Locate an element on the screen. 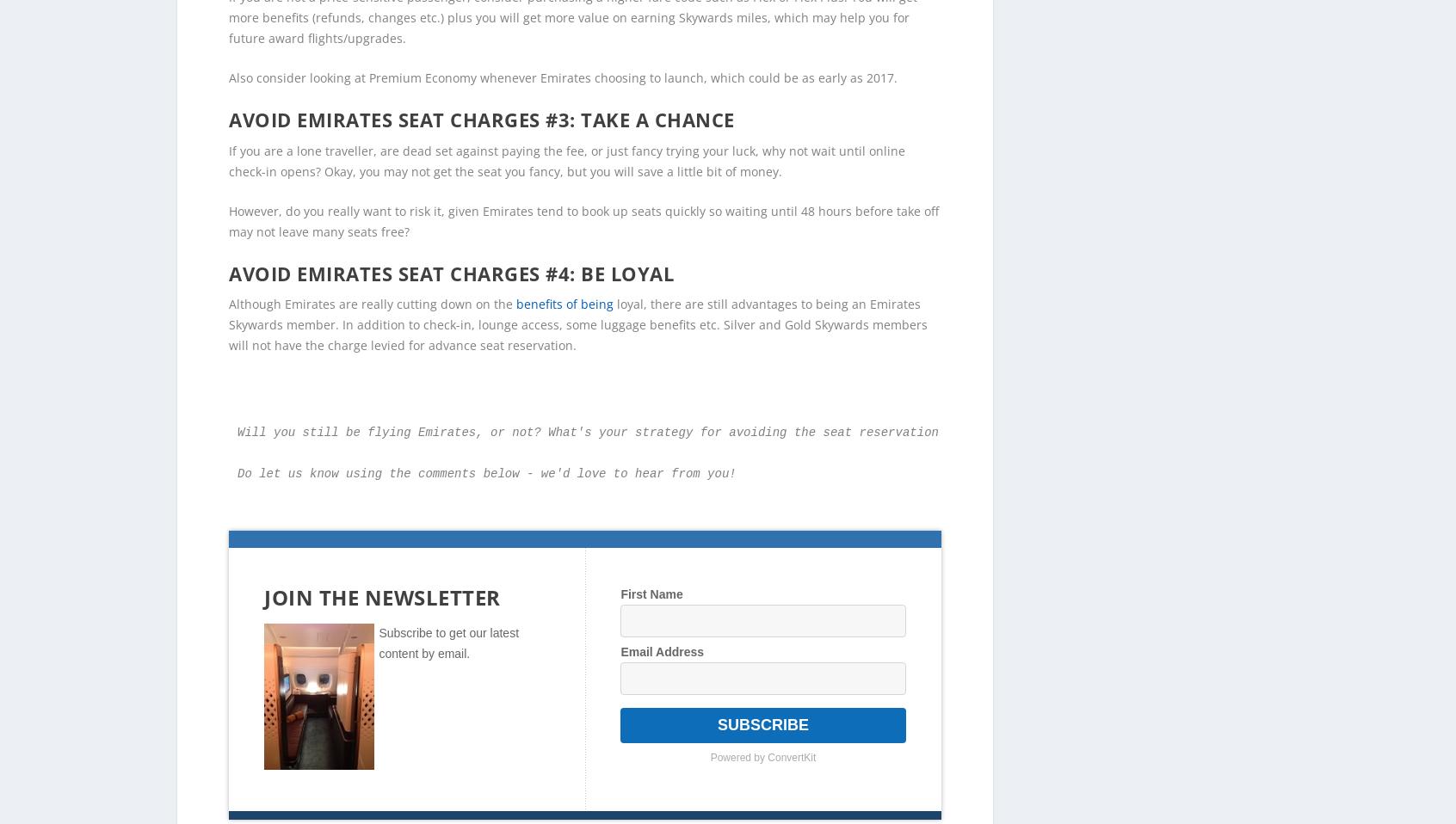  'However, do you really want to risk it, given Emirates tend to book up seats quickly so waiting until 48 hours before take off may not leave many seats free?' is located at coordinates (583, 192).